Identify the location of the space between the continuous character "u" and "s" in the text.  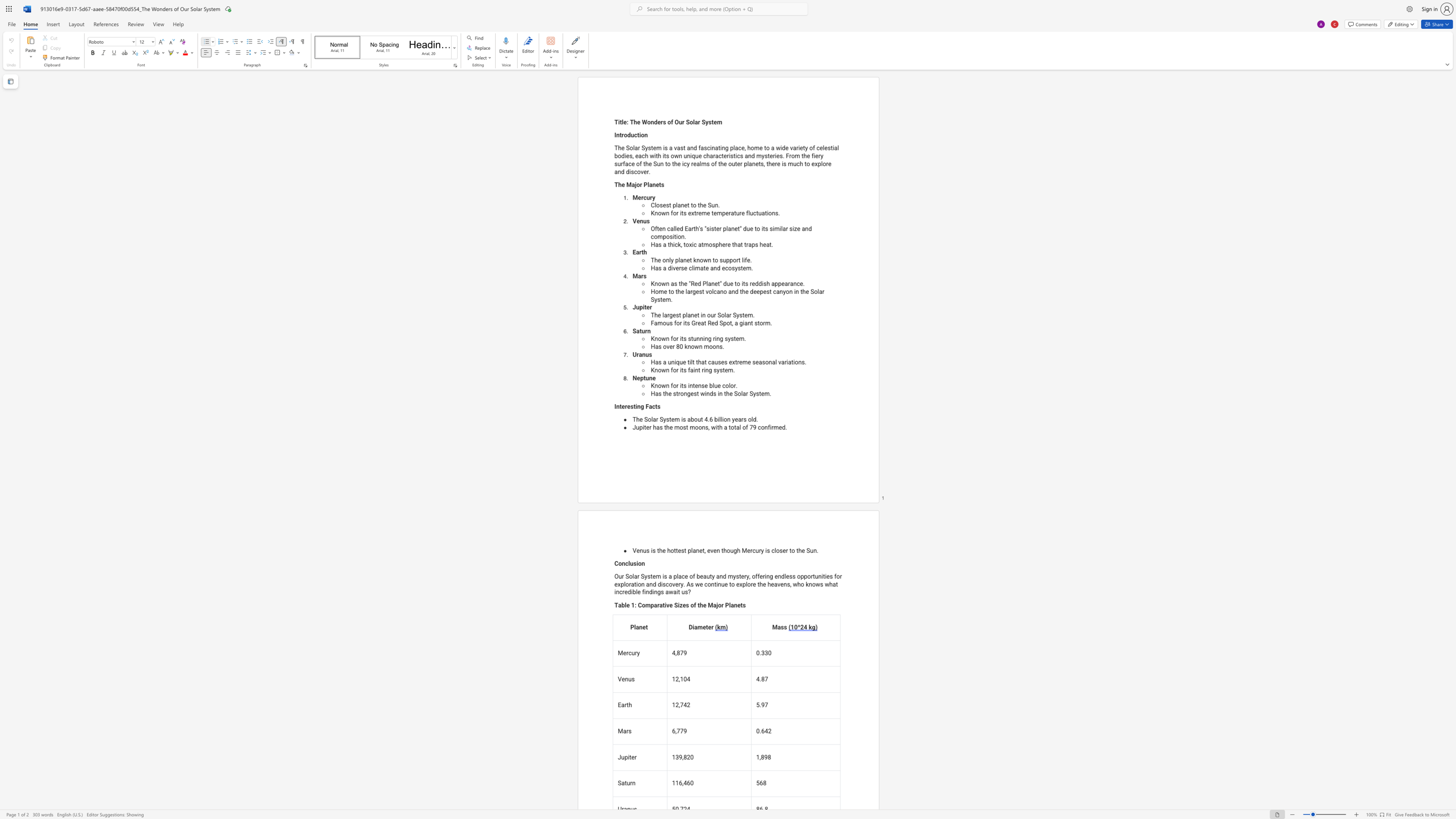
(717, 362).